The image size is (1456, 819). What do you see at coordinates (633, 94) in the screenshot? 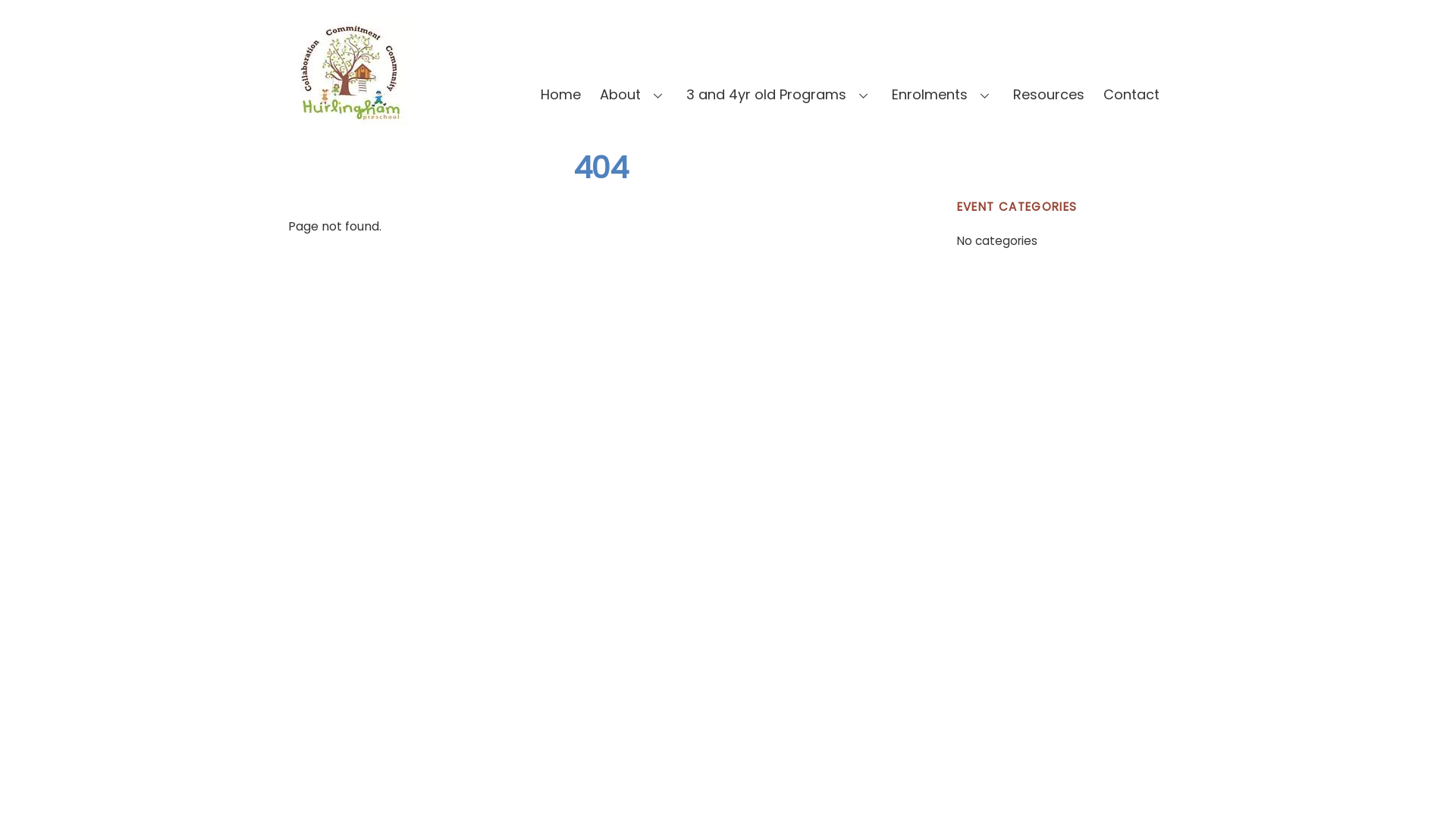
I see `'About'` at bounding box center [633, 94].